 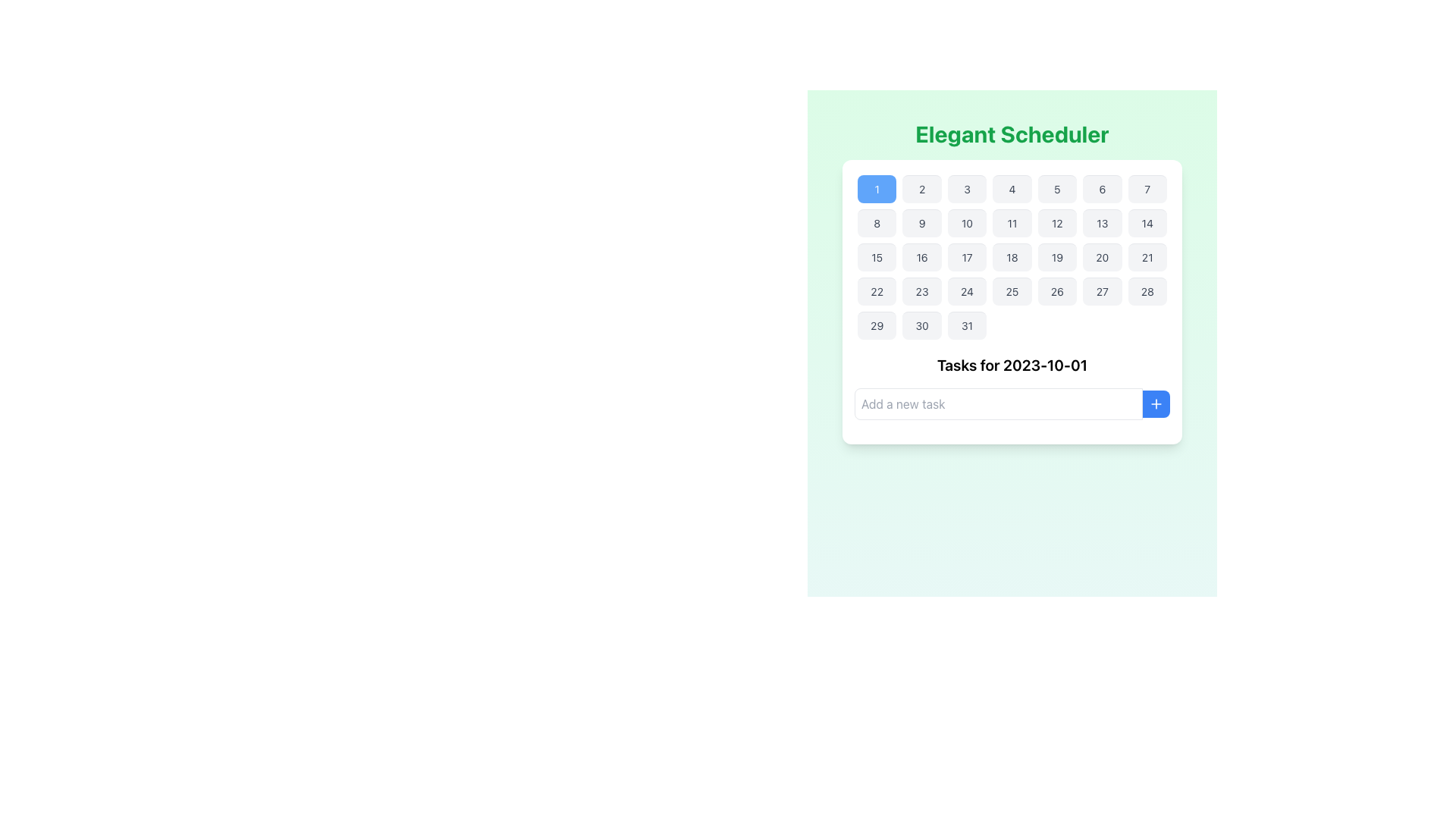 What do you see at coordinates (966, 325) in the screenshot?
I see `the calendar button representing the specific day` at bounding box center [966, 325].